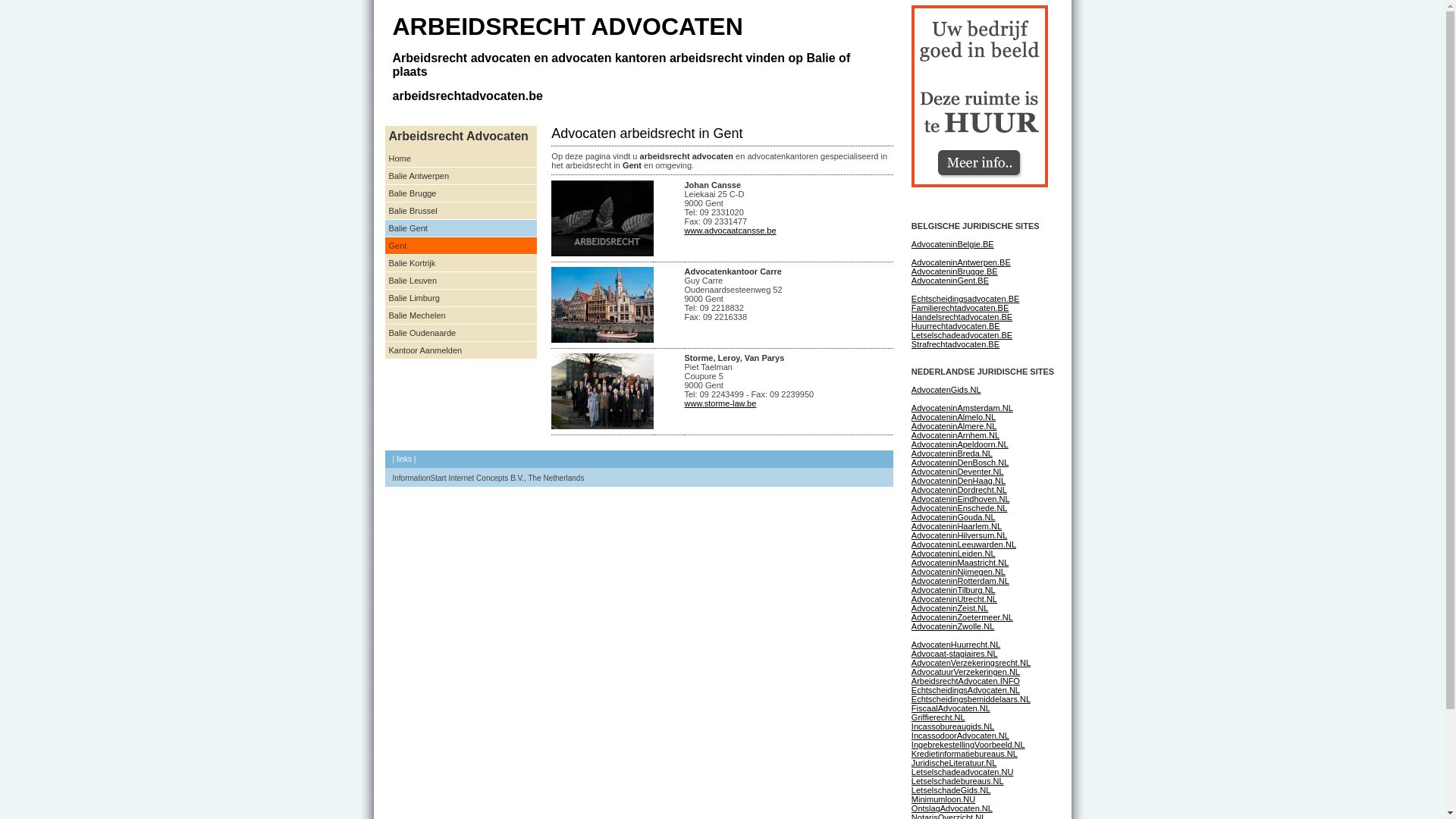 The width and height of the screenshot is (1456, 819). What do you see at coordinates (910, 388) in the screenshot?
I see `'AdvocatenGids.NL'` at bounding box center [910, 388].